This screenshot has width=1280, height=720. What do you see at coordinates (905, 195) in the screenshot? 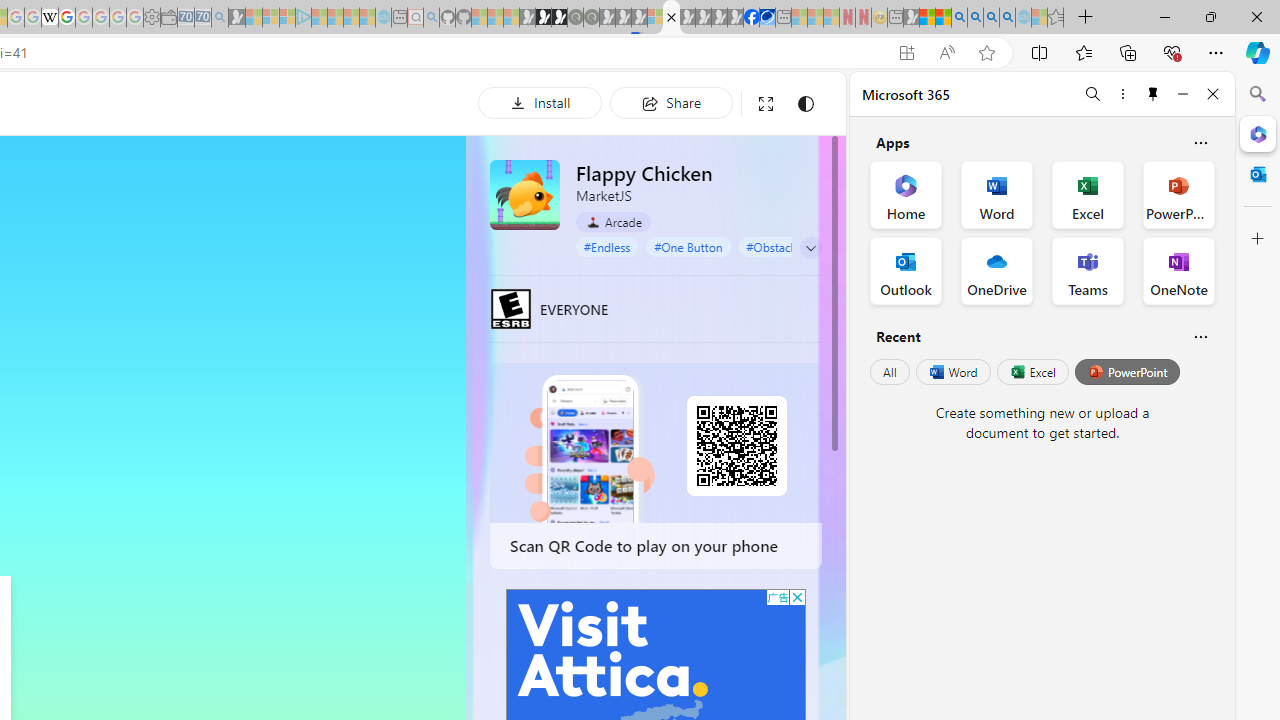
I see `'Home Office App'` at bounding box center [905, 195].